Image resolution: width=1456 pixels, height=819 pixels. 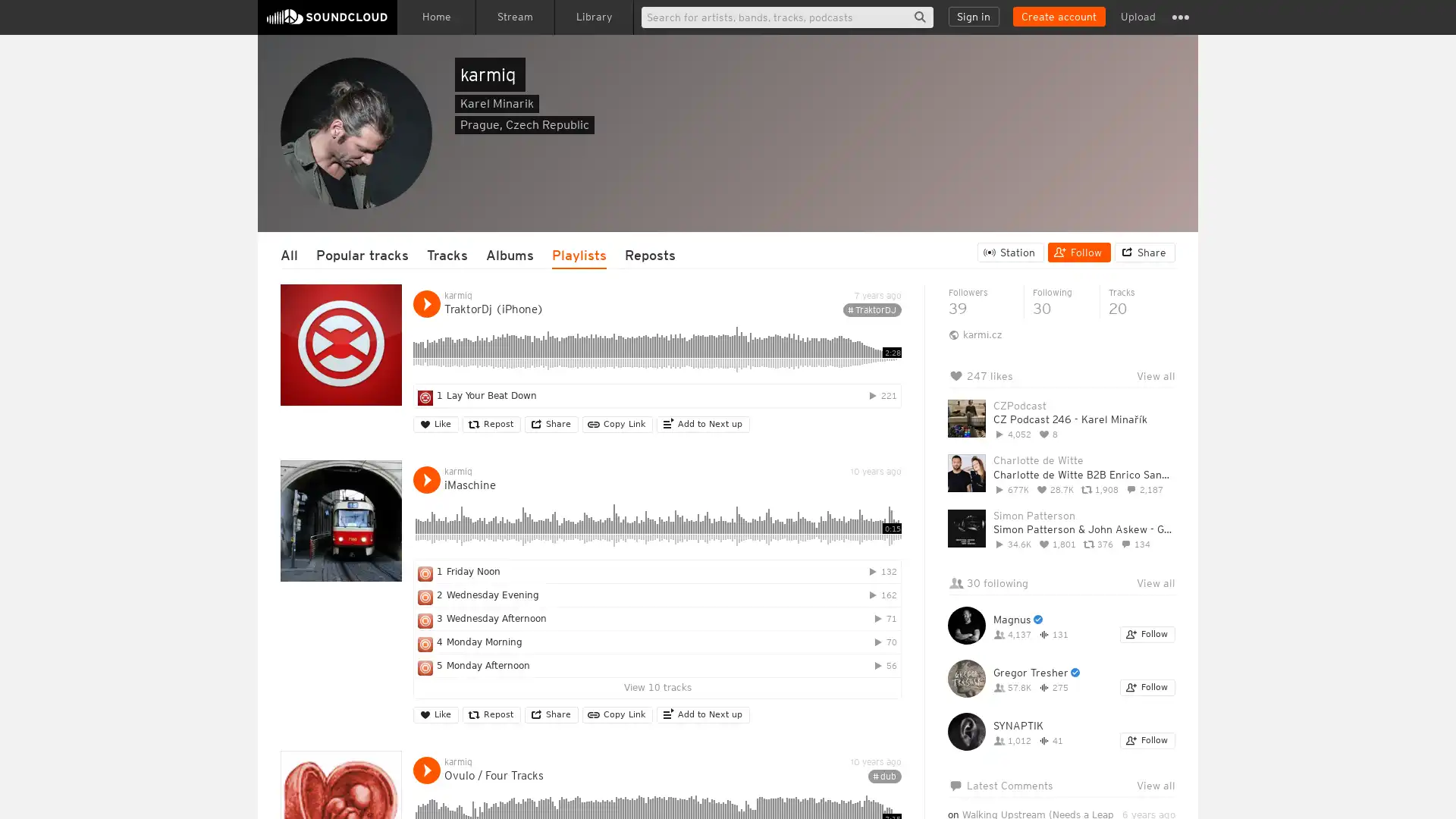 What do you see at coordinates (974, 17) in the screenshot?
I see `Sign in` at bounding box center [974, 17].